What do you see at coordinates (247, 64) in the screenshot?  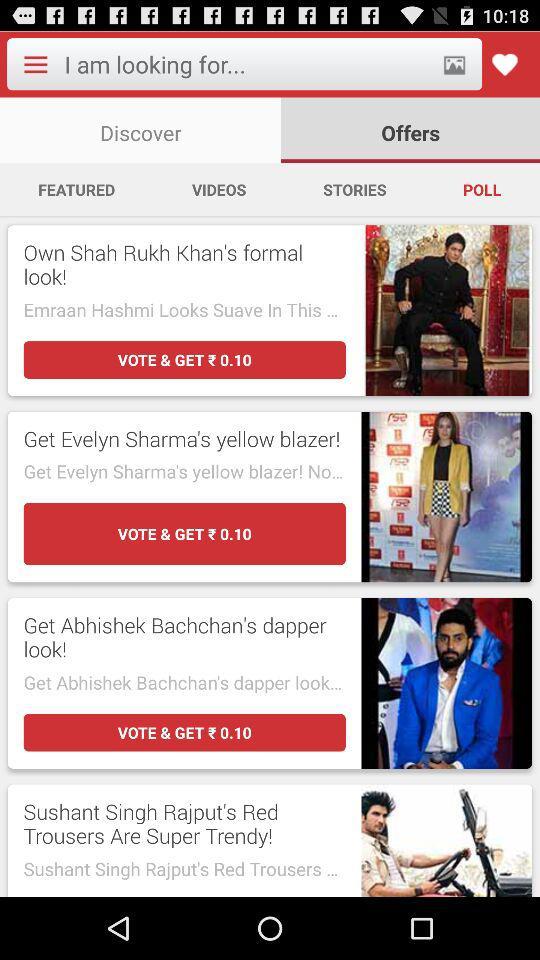 I see `type for search` at bounding box center [247, 64].